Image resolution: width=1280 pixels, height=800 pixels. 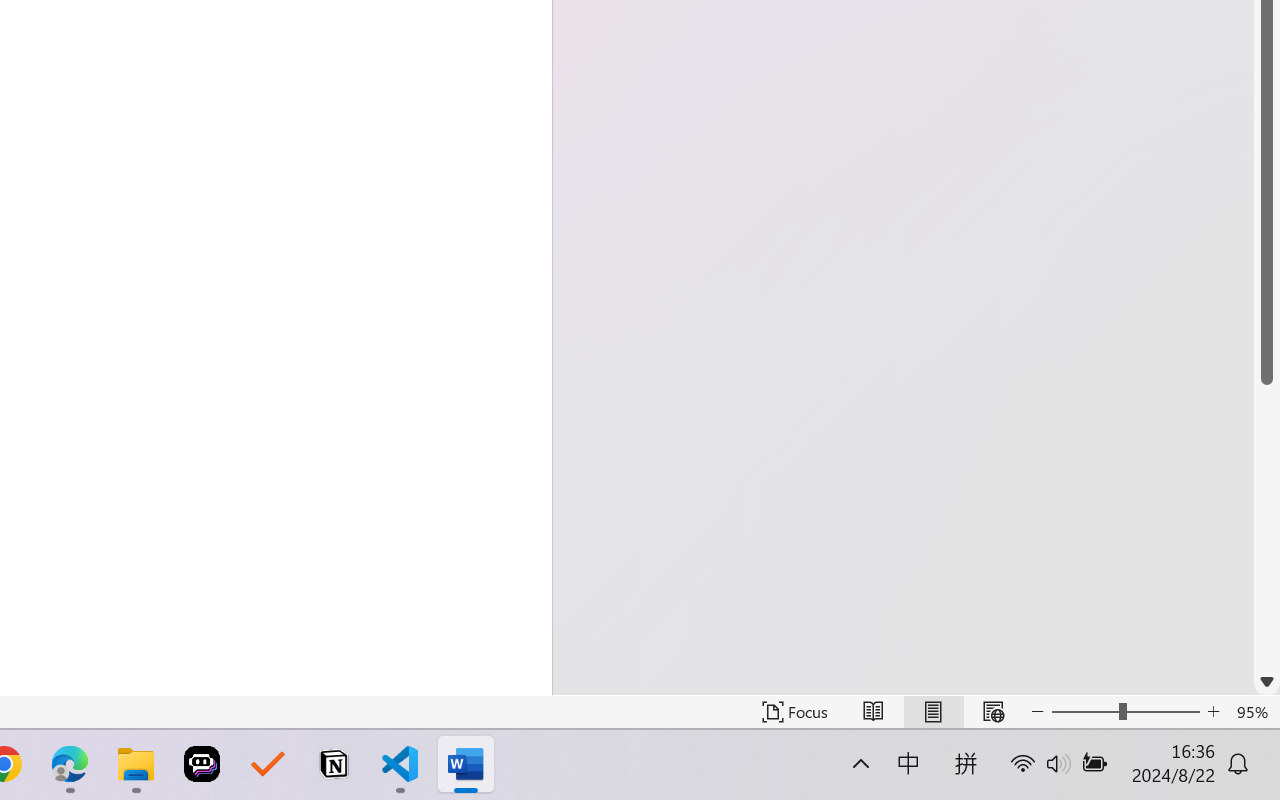 What do you see at coordinates (1266, 682) in the screenshot?
I see `'Line down'` at bounding box center [1266, 682].